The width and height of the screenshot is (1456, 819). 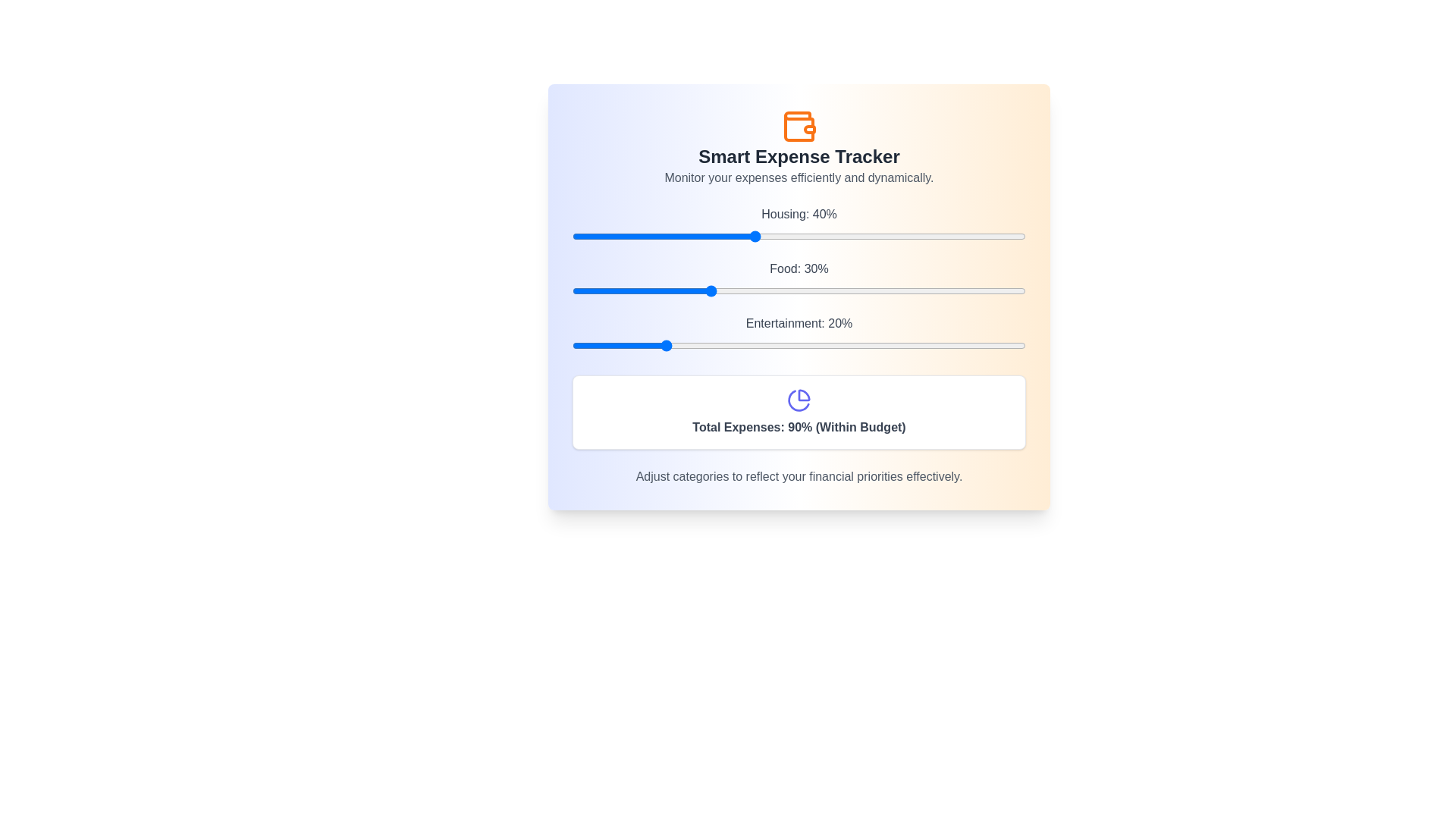 I want to click on the Entertainment slider to 32%, so click(x=717, y=345).